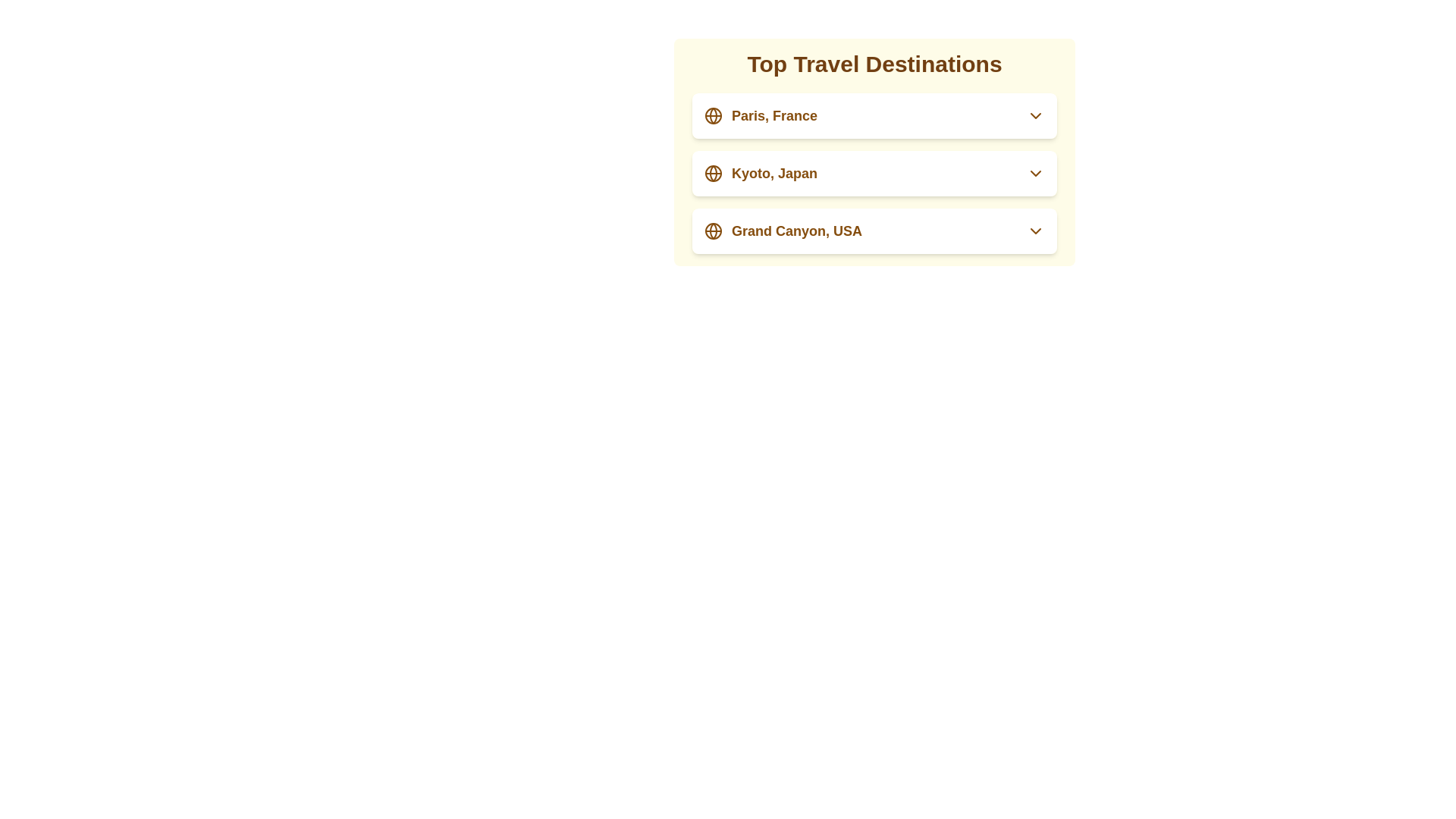 Image resolution: width=1456 pixels, height=819 pixels. Describe the element at coordinates (783, 231) in the screenshot. I see `the text and globe icon displaying 'Grand Canyon, USA', which is the third item in the vertical list` at that location.